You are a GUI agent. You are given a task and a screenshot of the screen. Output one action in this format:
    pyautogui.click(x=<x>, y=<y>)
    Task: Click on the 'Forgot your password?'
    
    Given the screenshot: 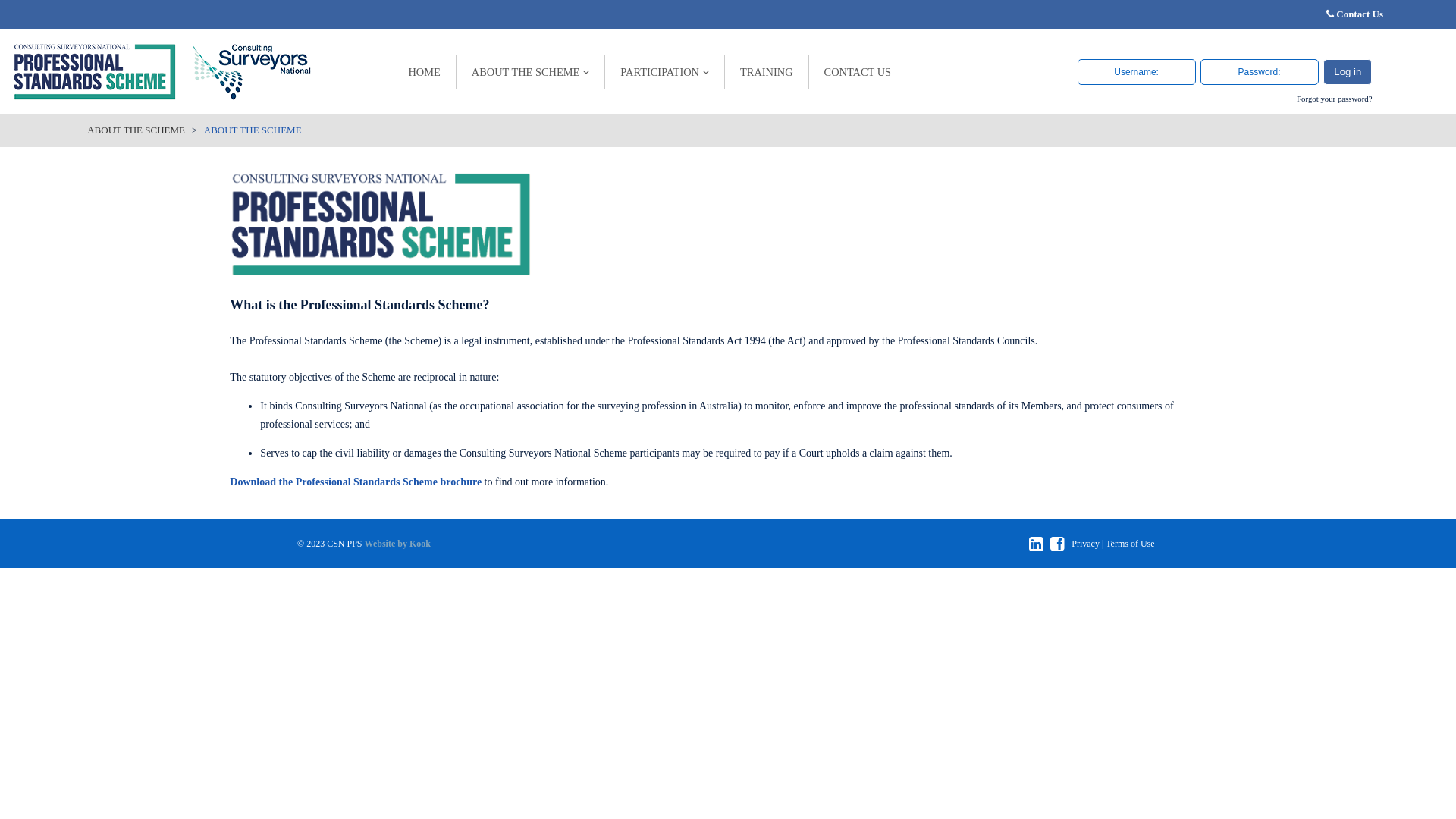 What is the action you would take?
    pyautogui.click(x=1333, y=99)
    